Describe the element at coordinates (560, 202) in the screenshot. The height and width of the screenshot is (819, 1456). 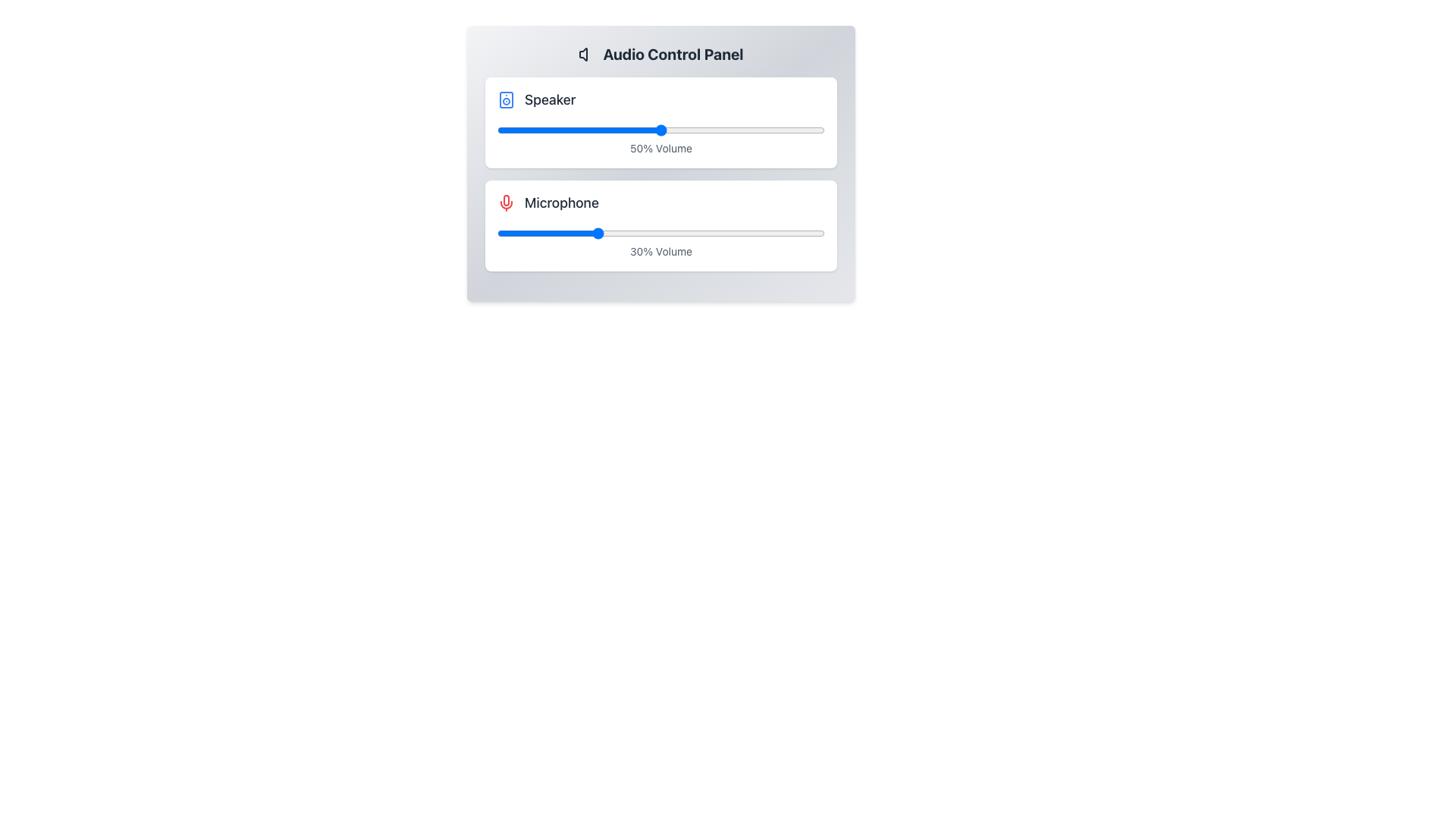
I see `the second text label that indicates the microphone volume control, located beneath the 'Speaker' section` at that location.